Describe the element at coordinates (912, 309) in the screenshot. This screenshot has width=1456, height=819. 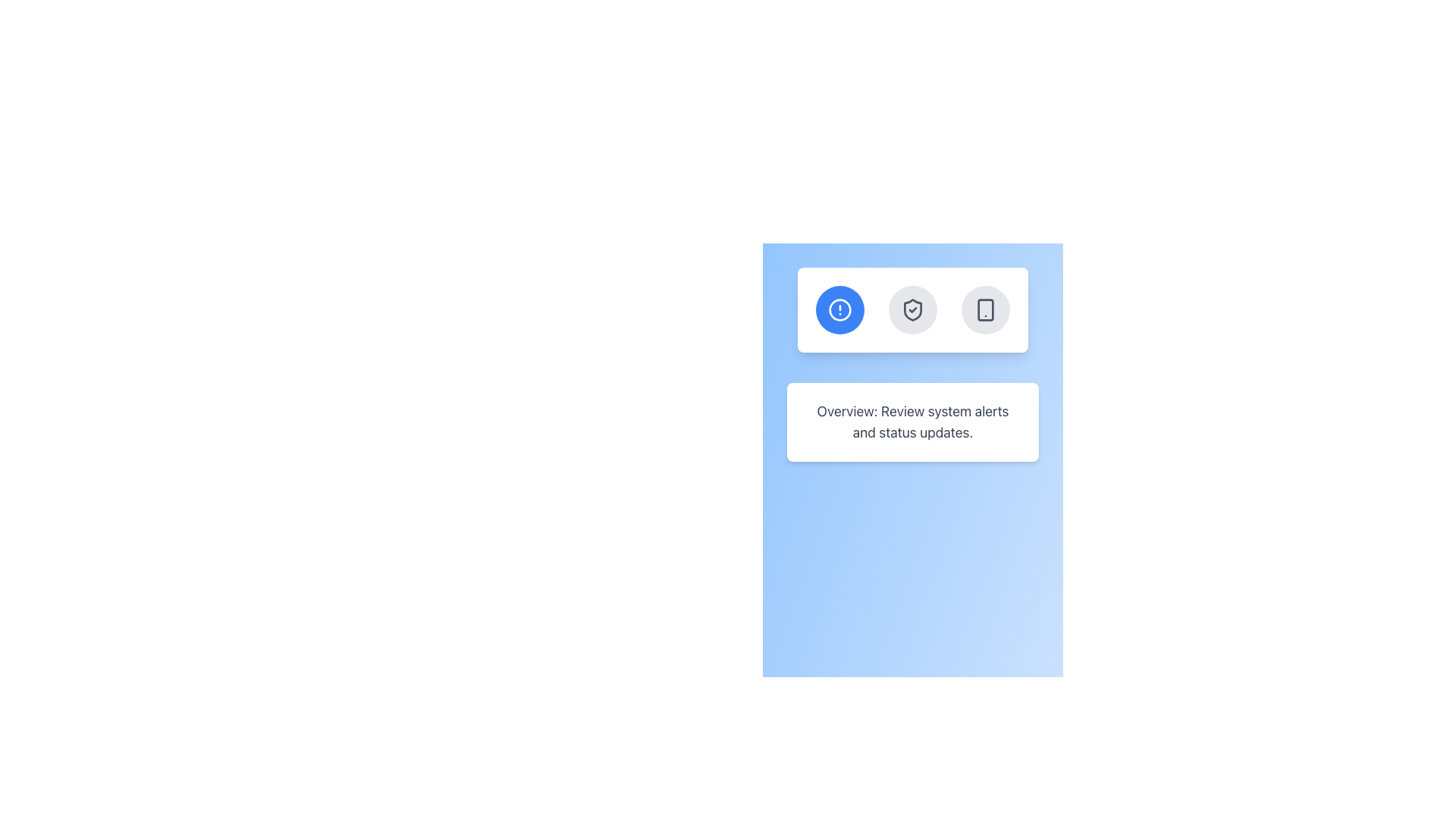
I see `the shield icon with a checkmark that indicates a security or verification feature, located in the middle of a horizontal row of three circular buttons` at that location.